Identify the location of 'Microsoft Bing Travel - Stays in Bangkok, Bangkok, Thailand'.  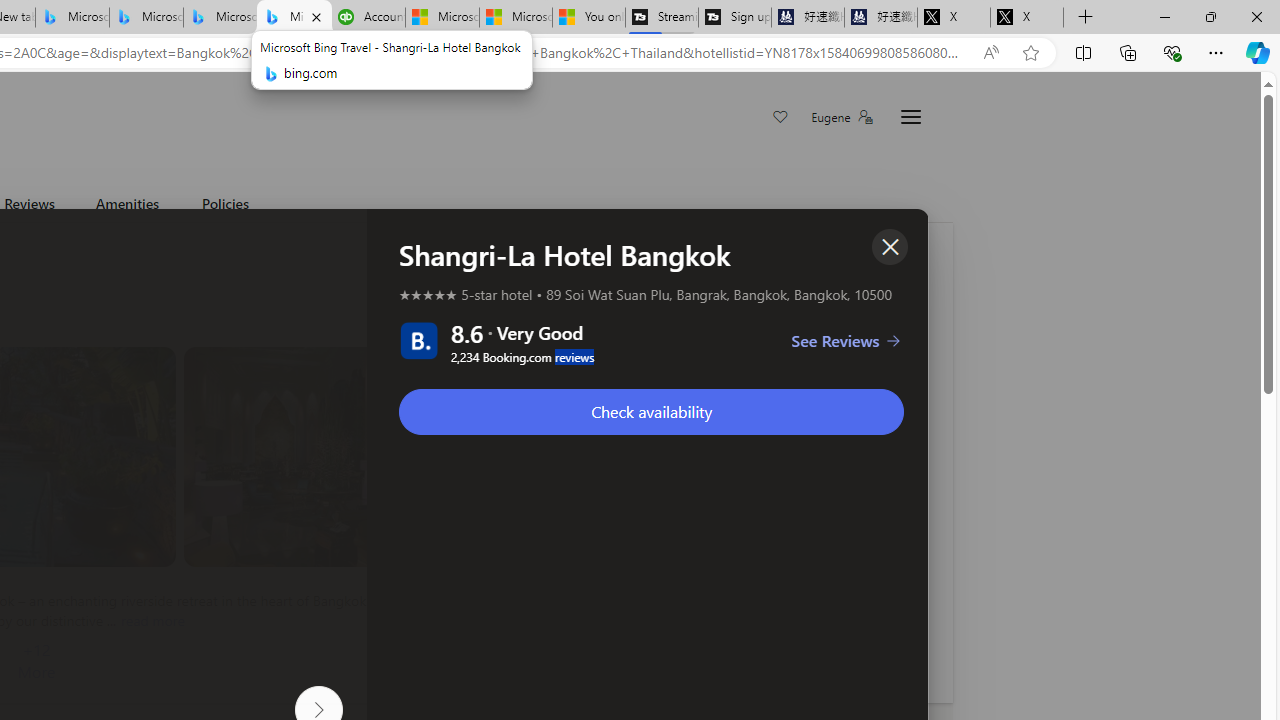
(145, 17).